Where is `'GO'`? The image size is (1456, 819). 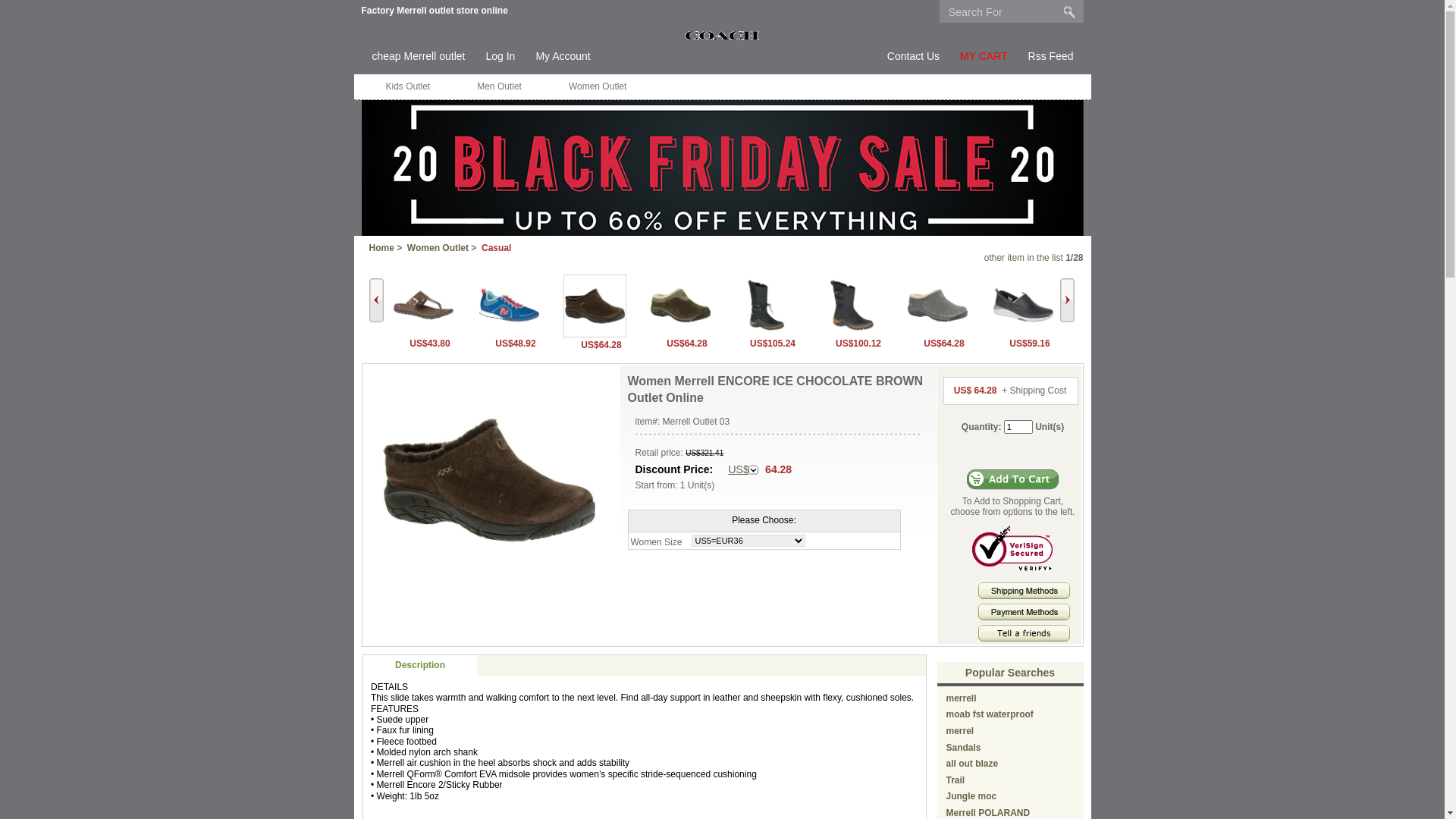
'GO' is located at coordinates (1068, 11).